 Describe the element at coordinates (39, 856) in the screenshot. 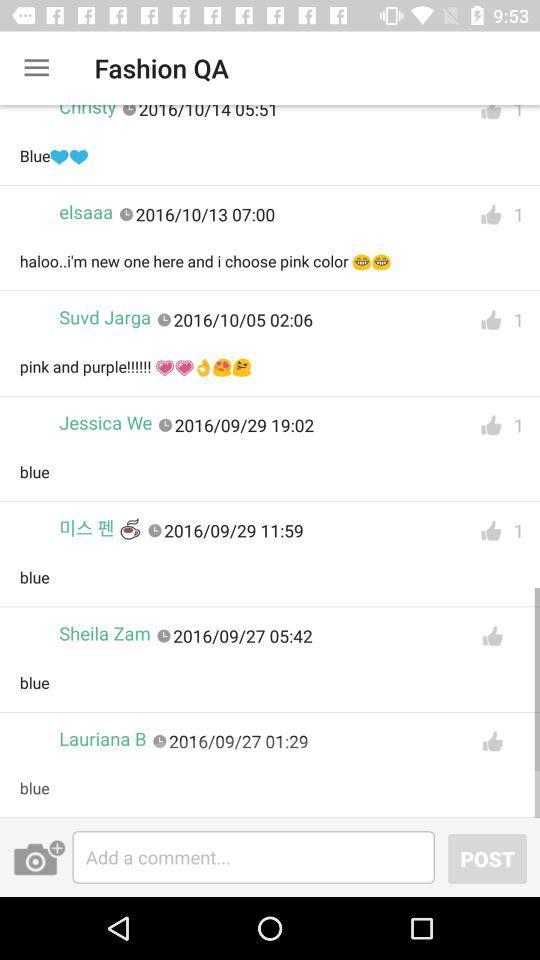

I see `item below blue icon` at that location.